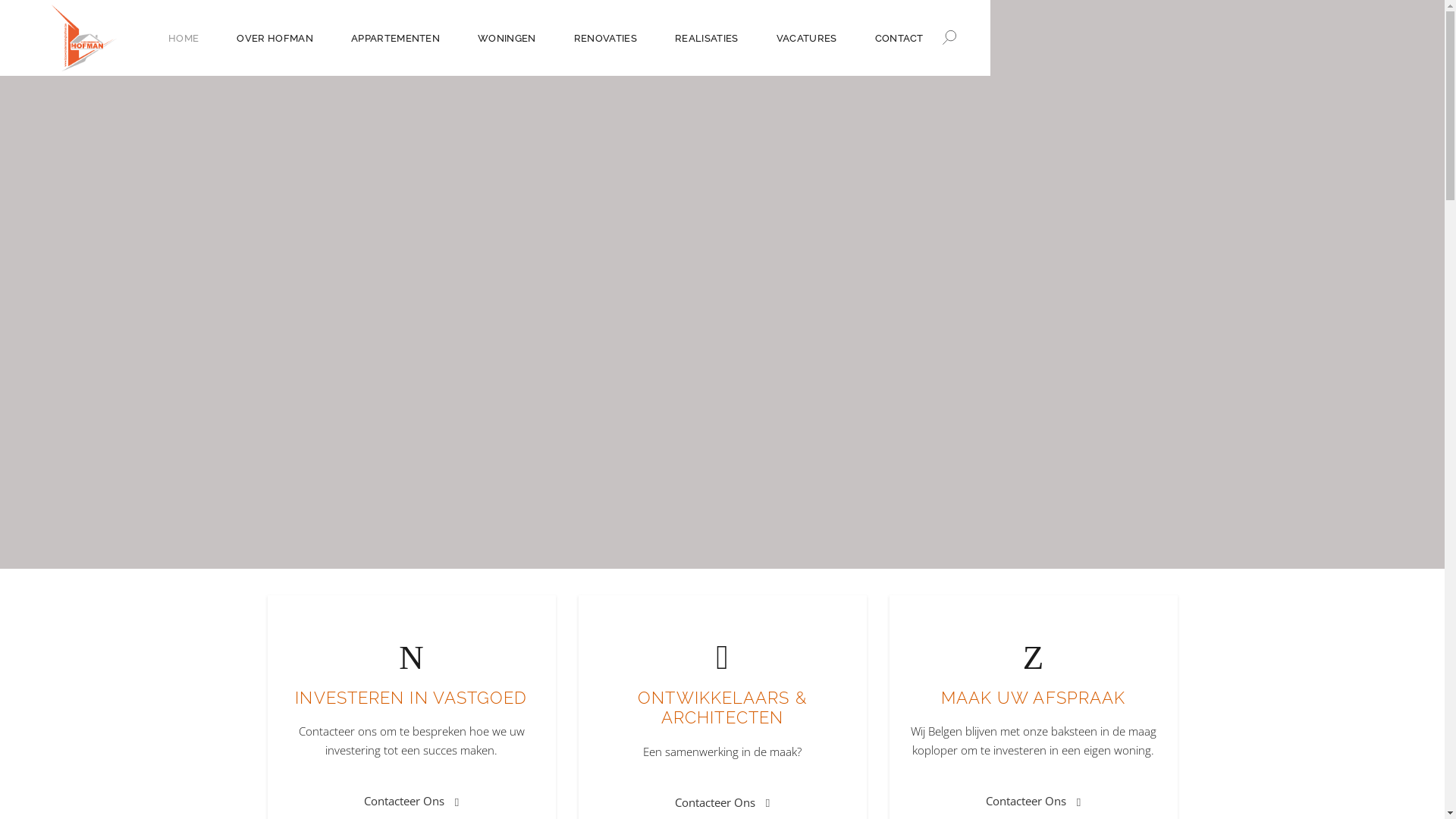  What do you see at coordinates (182, 36) in the screenshot?
I see `'HOME'` at bounding box center [182, 36].